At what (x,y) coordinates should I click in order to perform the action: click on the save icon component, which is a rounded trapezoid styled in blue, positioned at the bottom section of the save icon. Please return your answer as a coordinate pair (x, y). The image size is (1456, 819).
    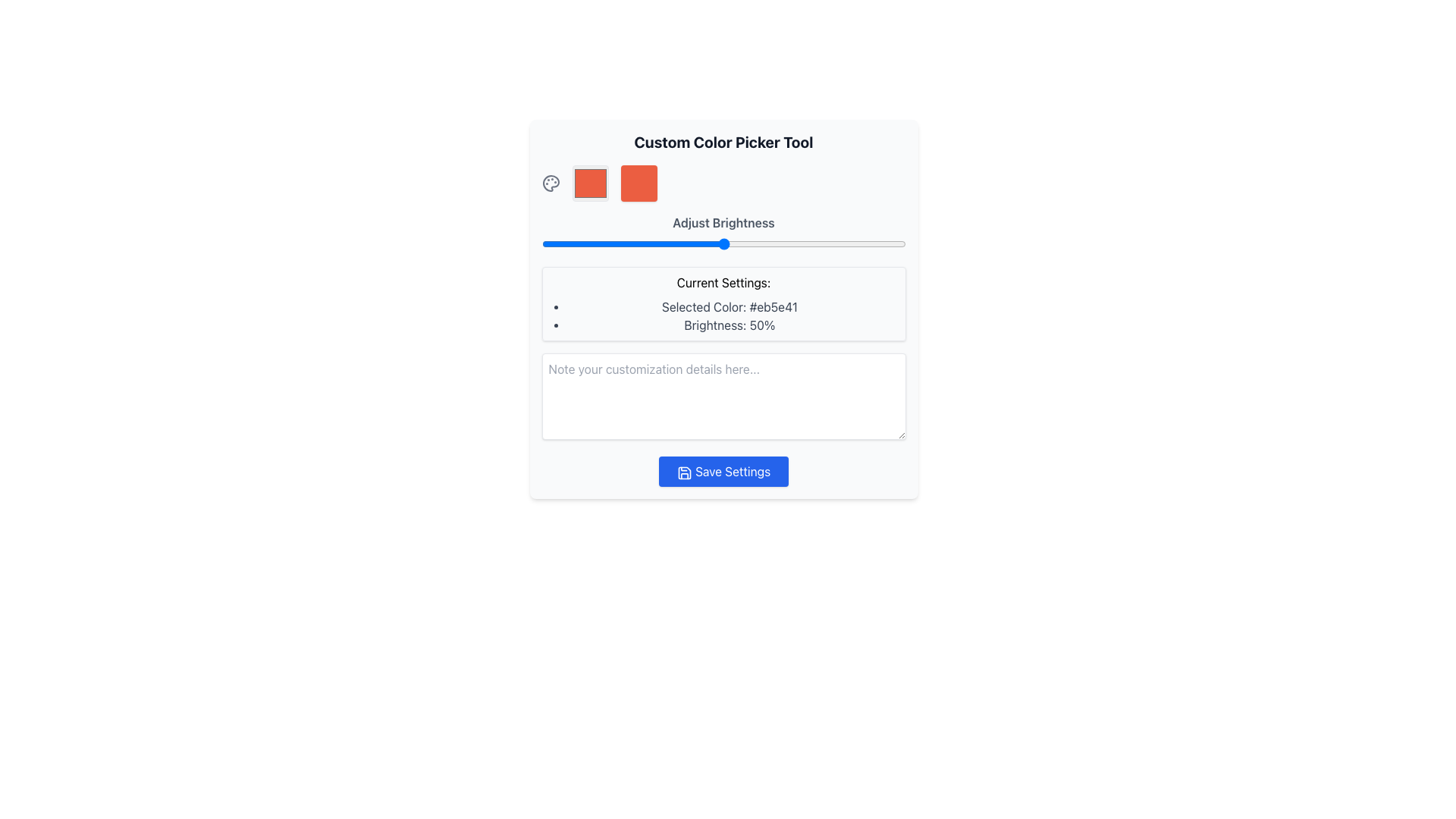
    Looking at the image, I should click on (683, 472).